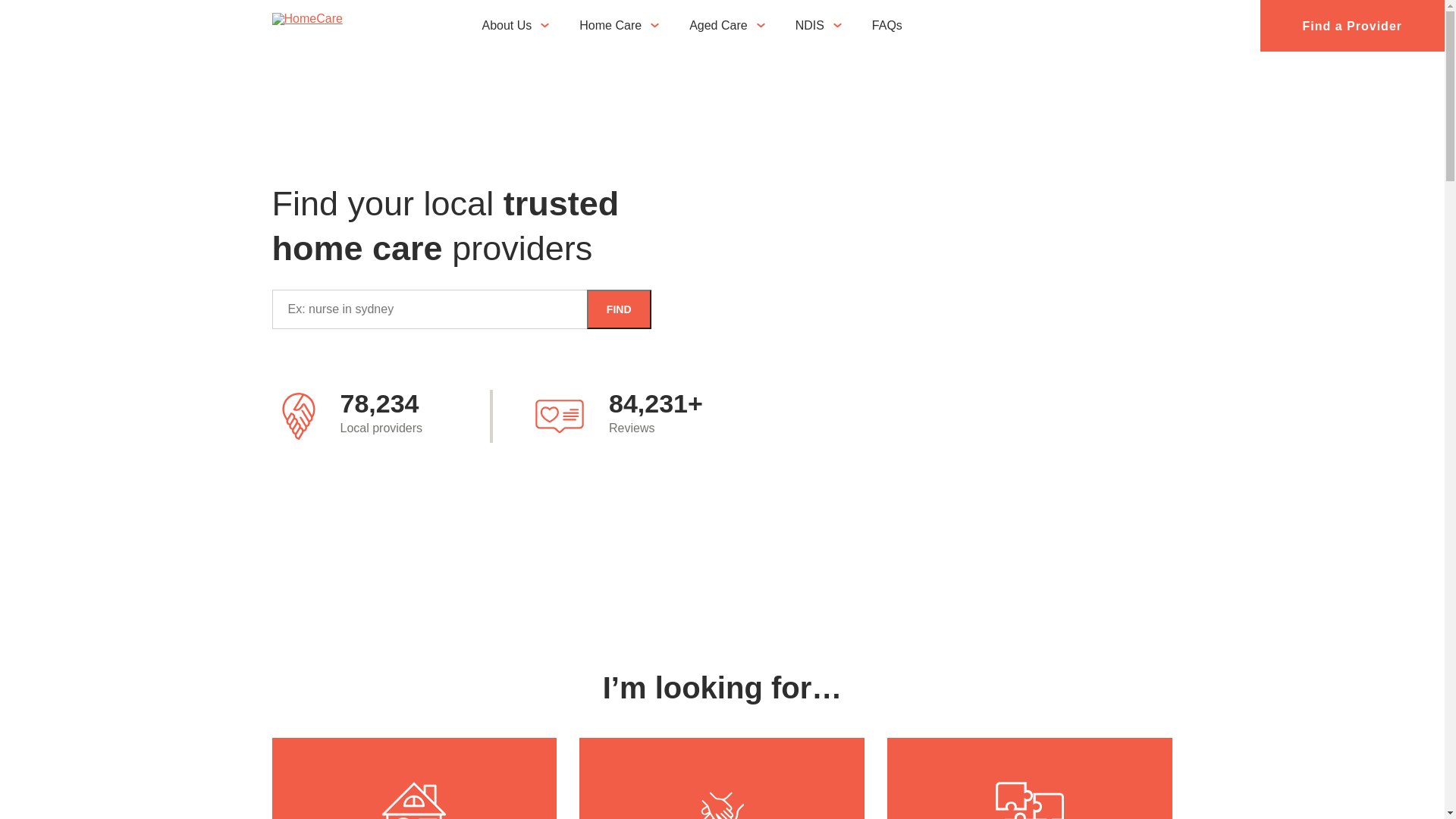 The height and width of the screenshot is (819, 1456). What do you see at coordinates (618, 25) in the screenshot?
I see `'Home Care'` at bounding box center [618, 25].